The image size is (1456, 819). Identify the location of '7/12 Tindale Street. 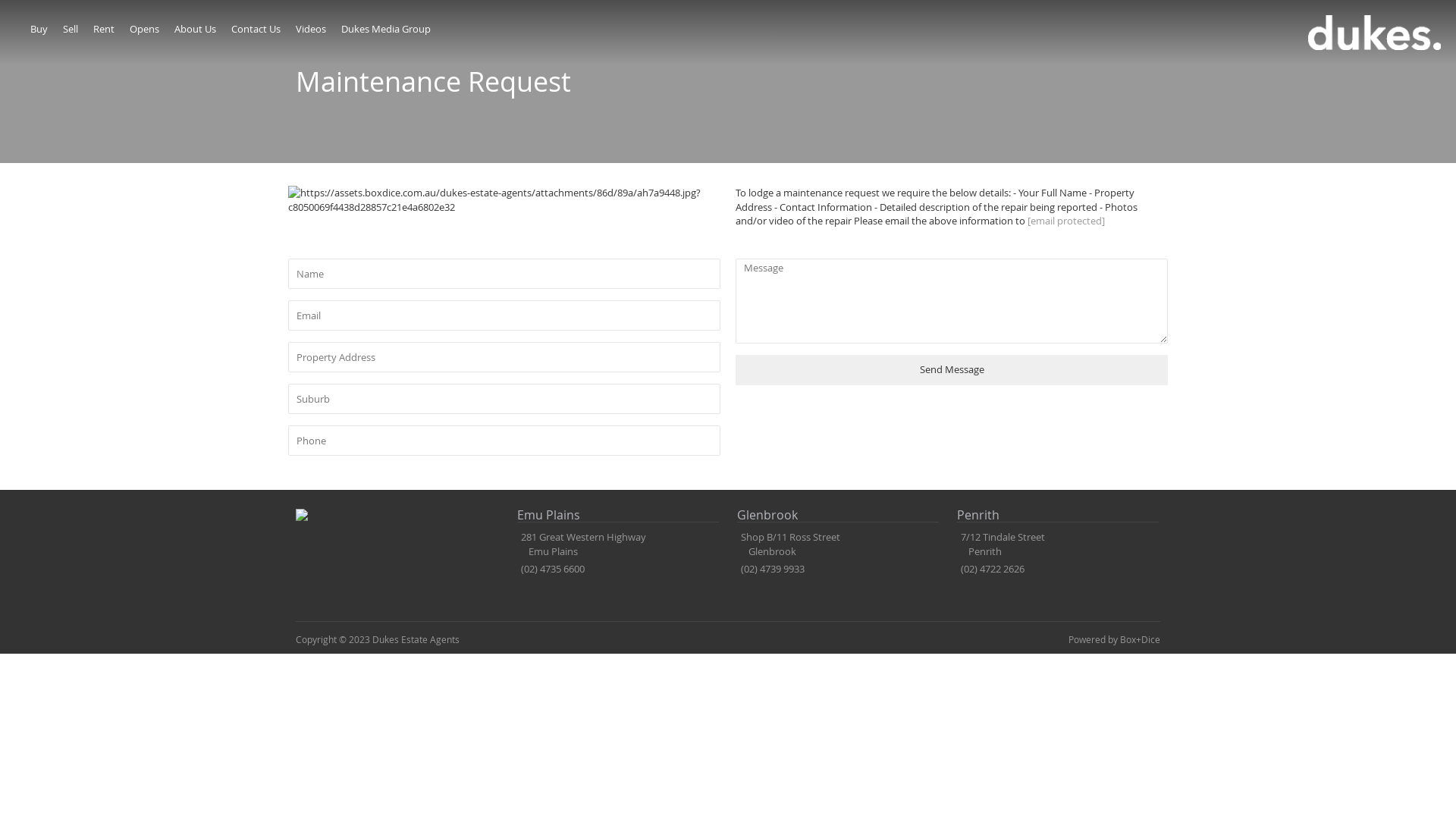
(1001, 543).